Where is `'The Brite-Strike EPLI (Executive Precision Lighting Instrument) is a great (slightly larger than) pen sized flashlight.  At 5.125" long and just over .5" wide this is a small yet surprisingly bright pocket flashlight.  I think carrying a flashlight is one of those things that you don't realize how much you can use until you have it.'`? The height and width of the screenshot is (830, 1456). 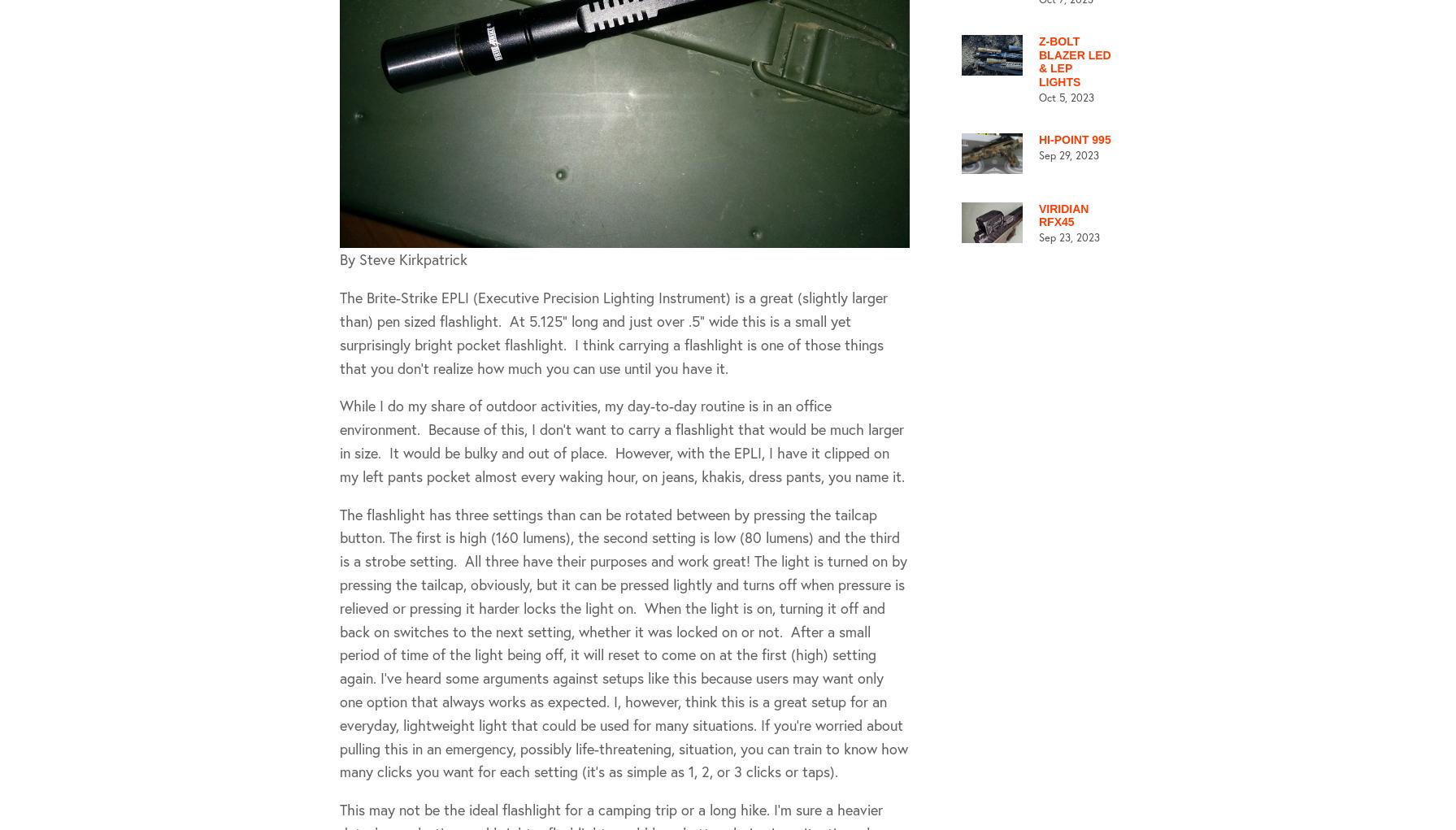 'The Brite-Strike EPLI (Executive Precision Lighting Instrument) is a great (slightly larger than) pen sized flashlight.  At 5.125" long and just over .5" wide this is a small yet surprisingly bright pocket flashlight.  I think carrying a flashlight is one of those things that you don't realize how much you can use until you have it.' is located at coordinates (613, 332).